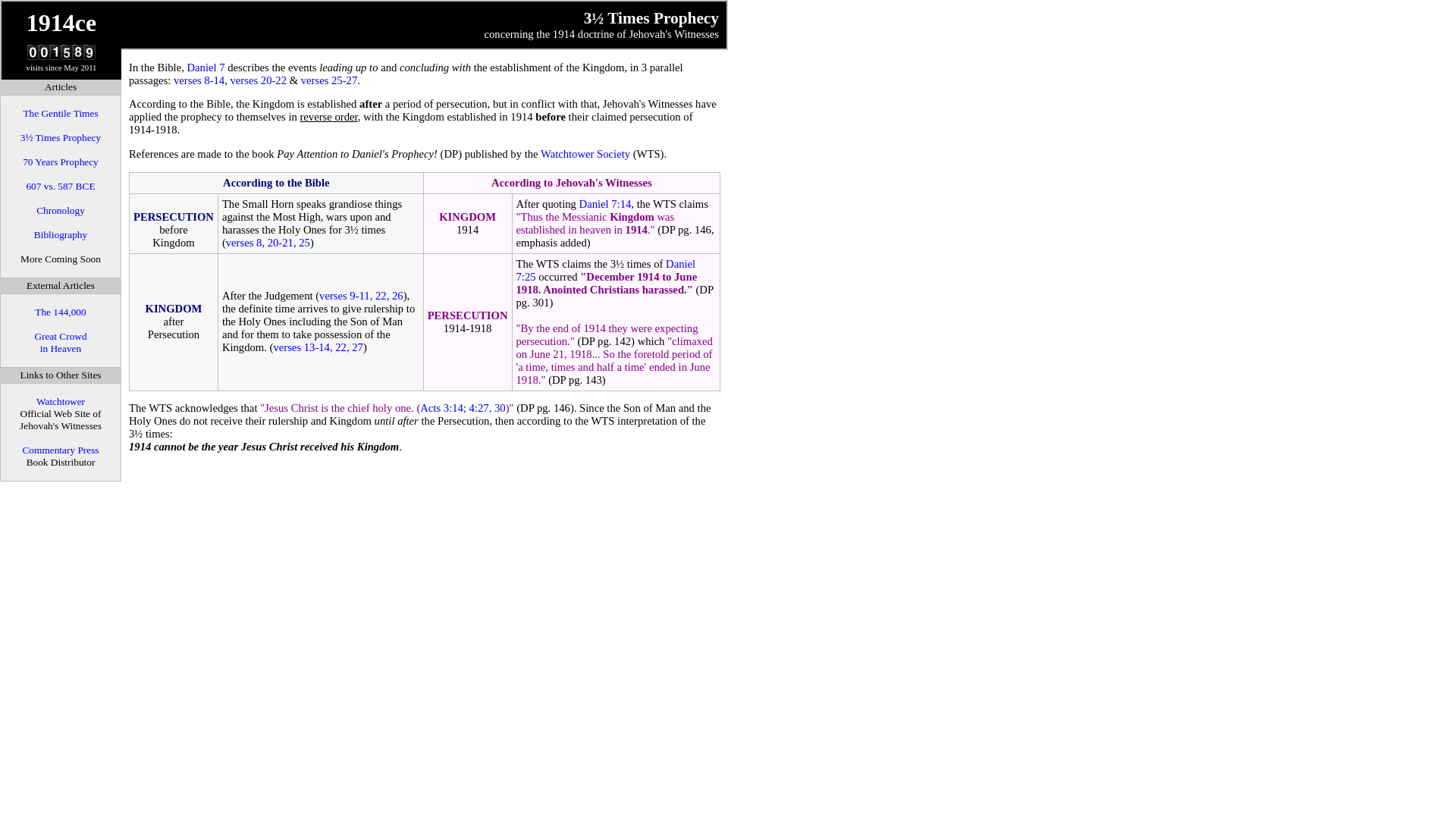 The width and height of the screenshot is (1456, 819). I want to click on 'Great Crowd, so click(60, 342).